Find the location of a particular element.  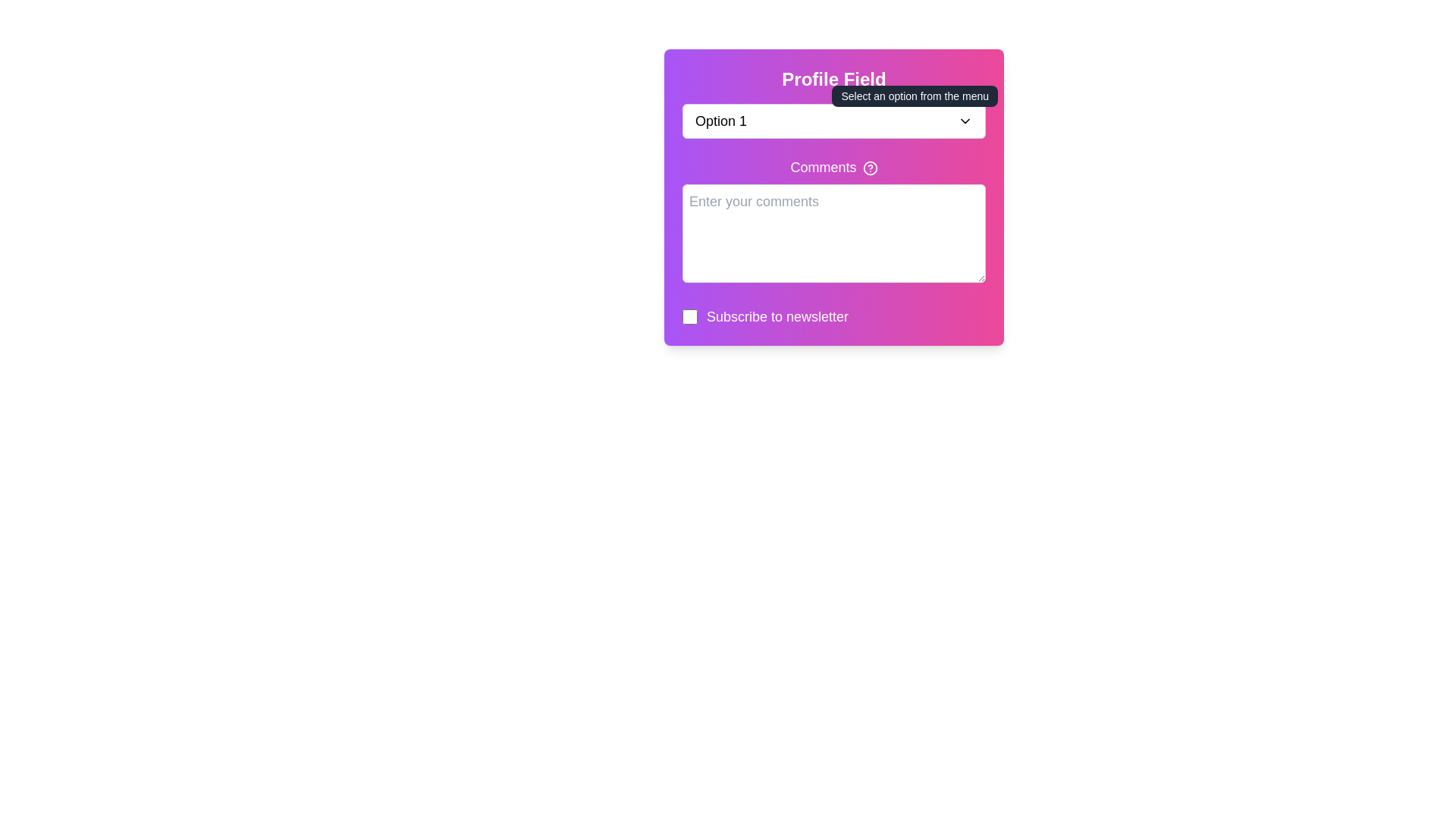

the circular Help or Information icon featuring a question mark, which is positioned directly to the right of the 'Comments' label within the form section is located at coordinates (870, 168).